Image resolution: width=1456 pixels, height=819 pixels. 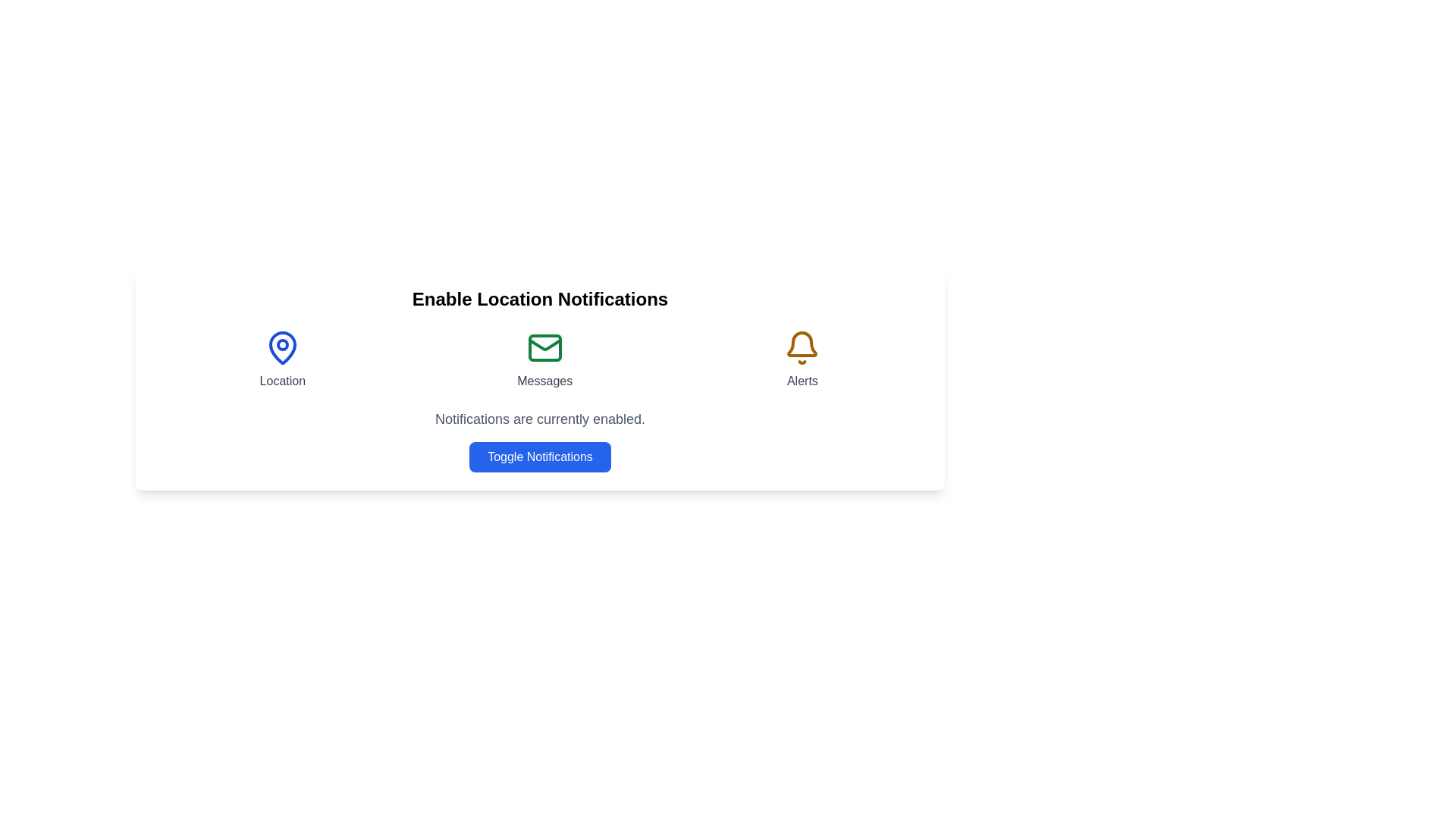 I want to click on the messaging icon located at the top-center of the 'Messages' section, which allows users, so click(x=544, y=348).